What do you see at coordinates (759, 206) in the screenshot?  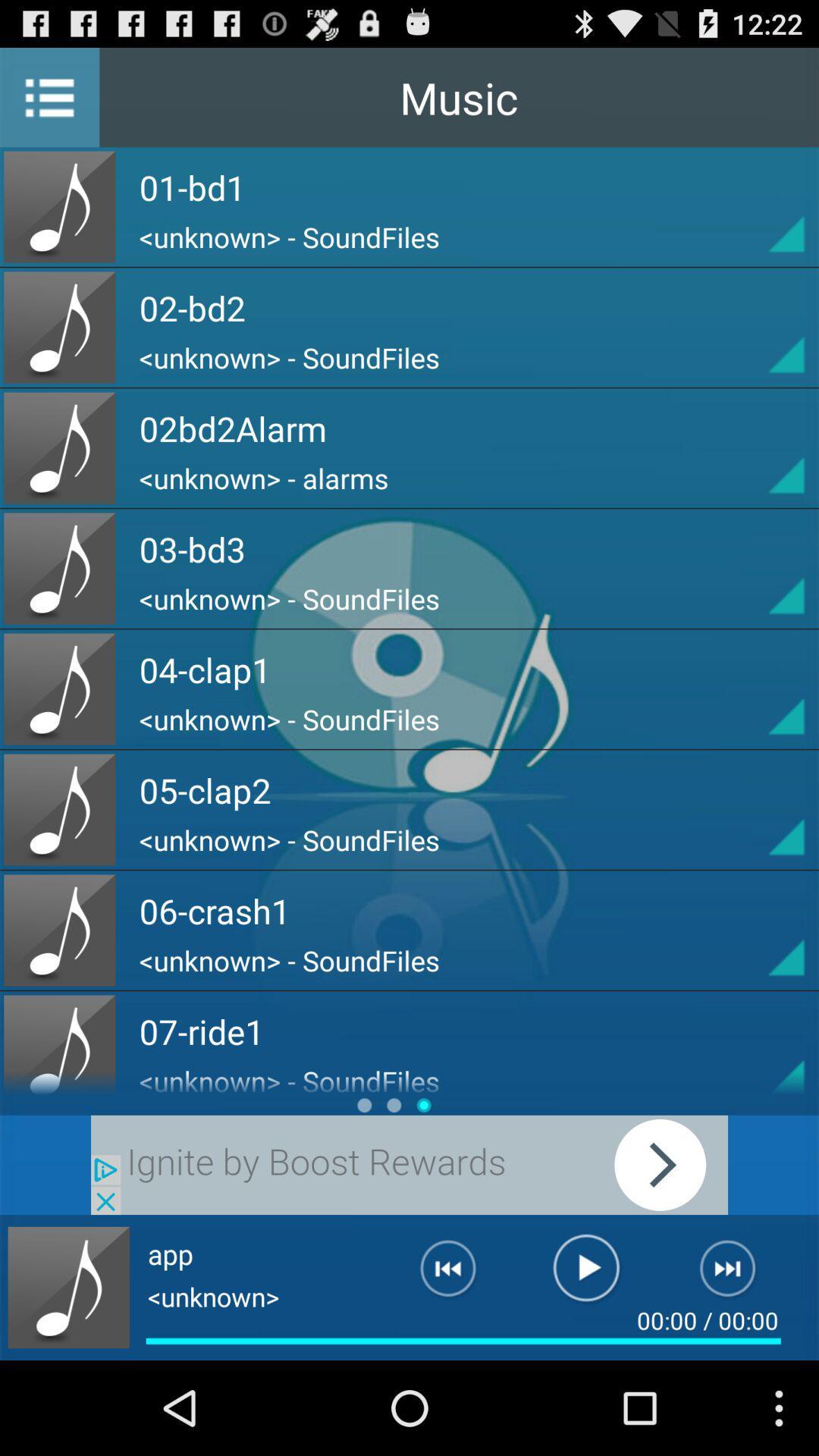 I see `play` at bounding box center [759, 206].